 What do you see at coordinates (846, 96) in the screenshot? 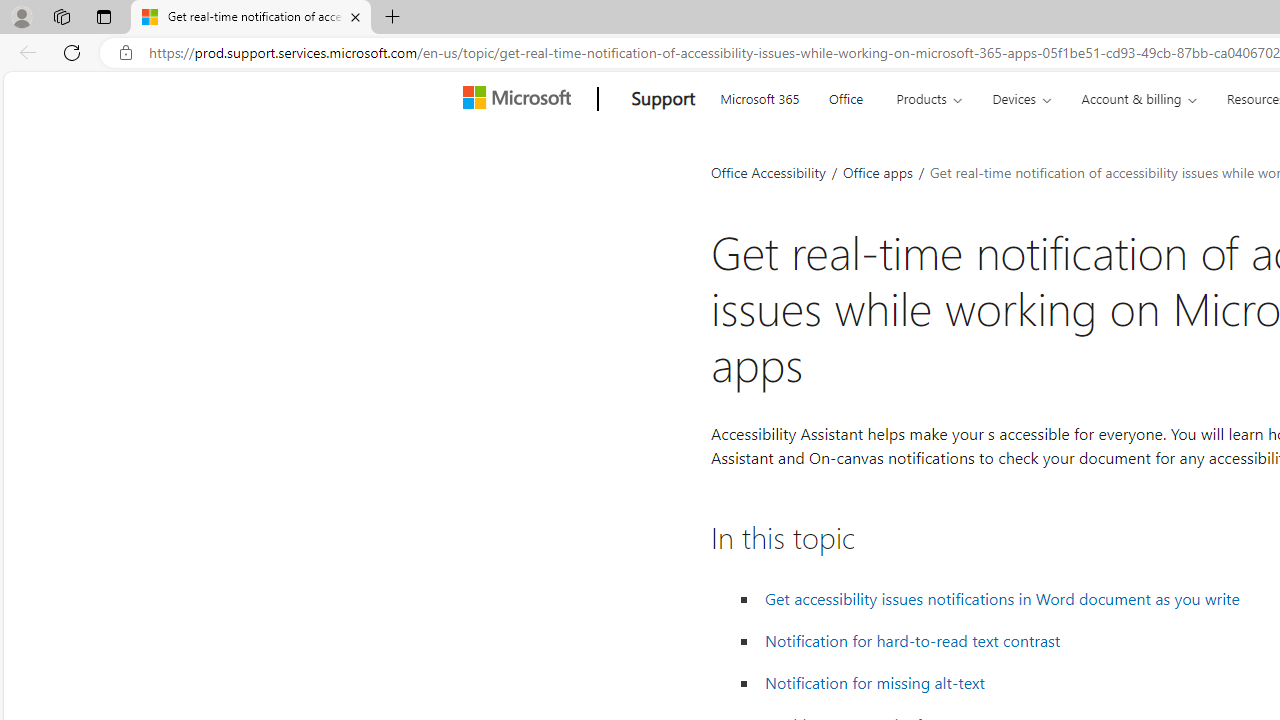
I see `'Office'` at bounding box center [846, 96].